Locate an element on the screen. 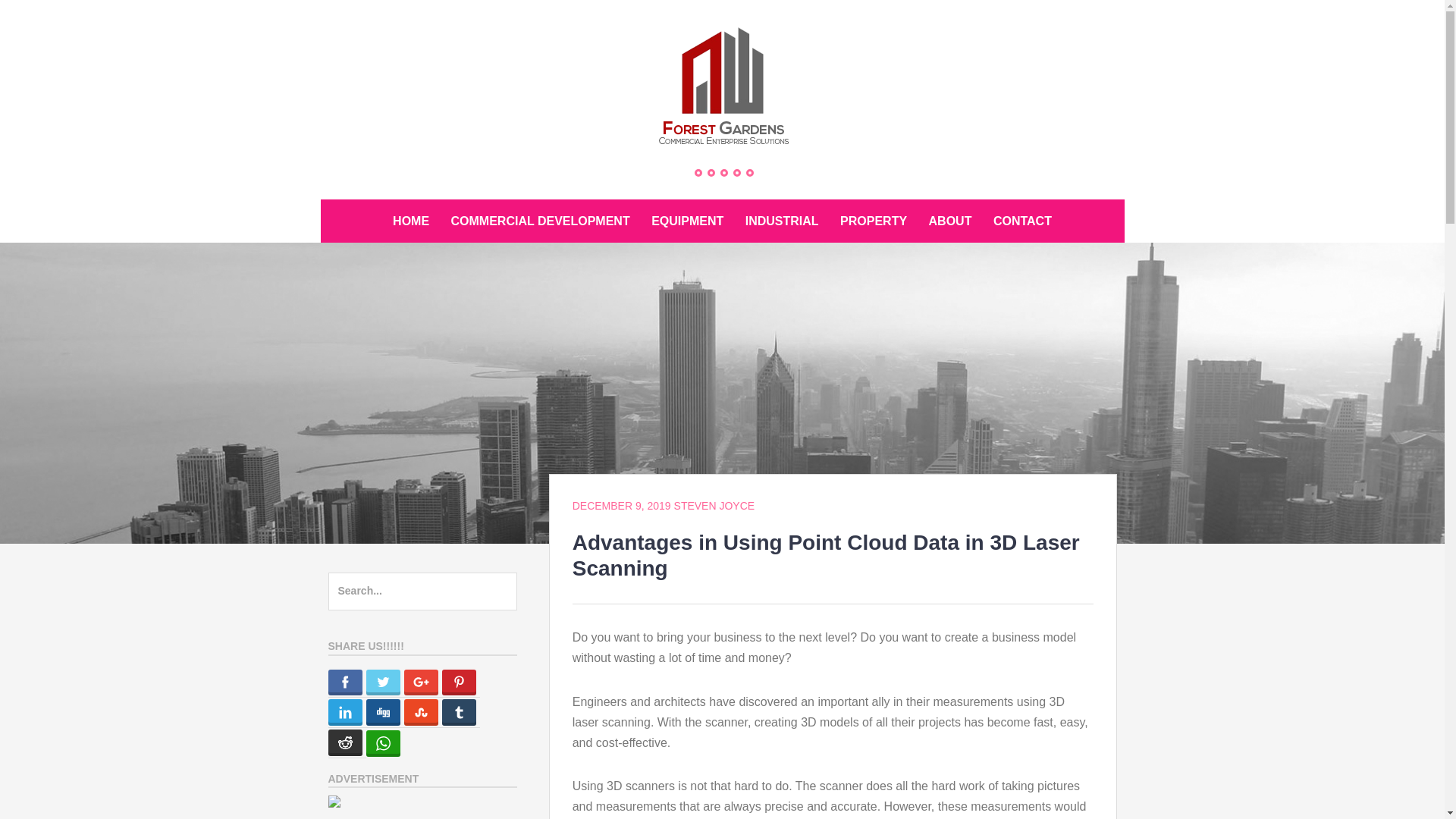 The width and height of the screenshot is (1456, 819). 'PROPERTY' is located at coordinates (830, 221).